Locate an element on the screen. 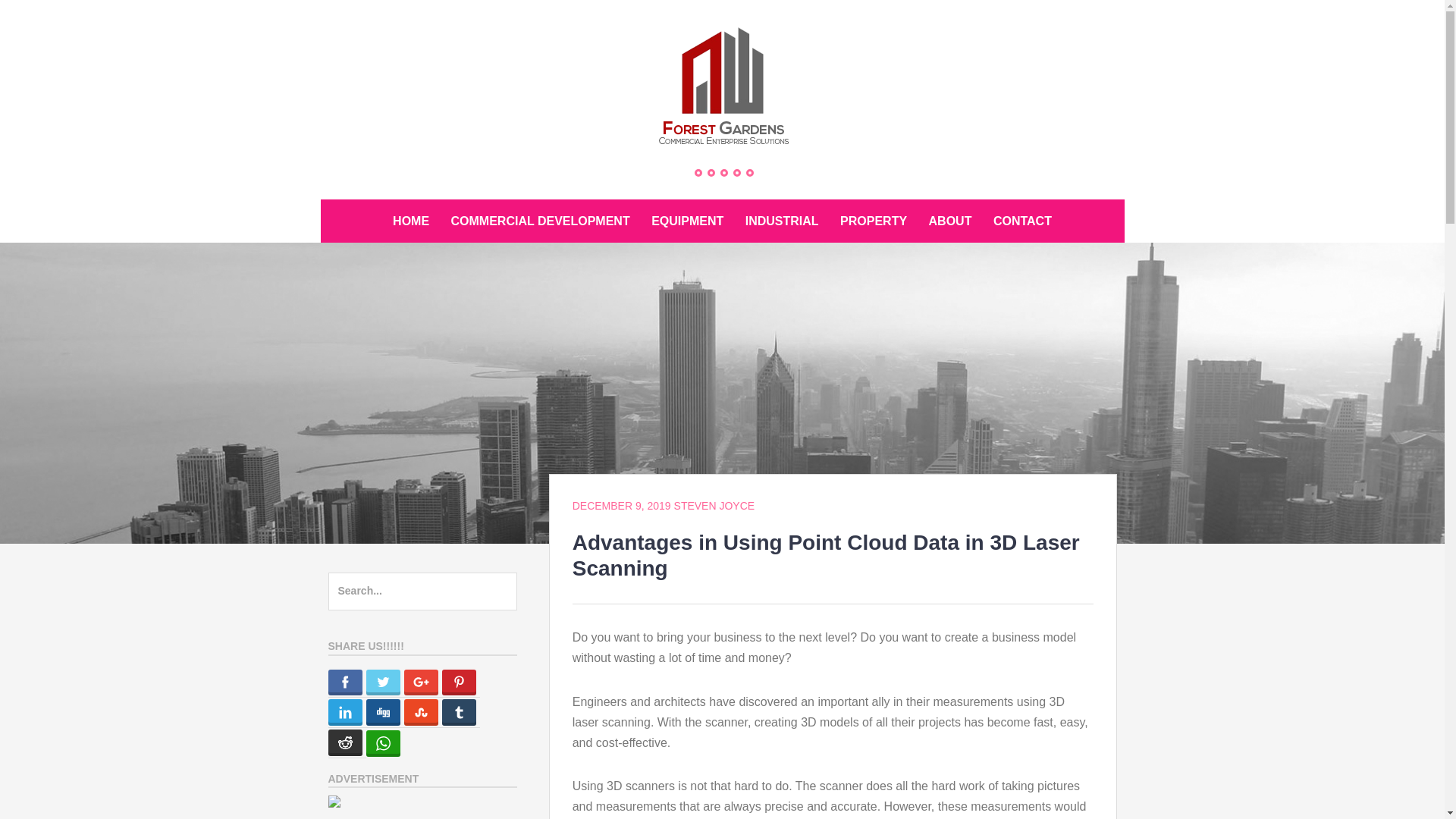 The width and height of the screenshot is (1456, 819). 'PROPERTY' is located at coordinates (830, 221).